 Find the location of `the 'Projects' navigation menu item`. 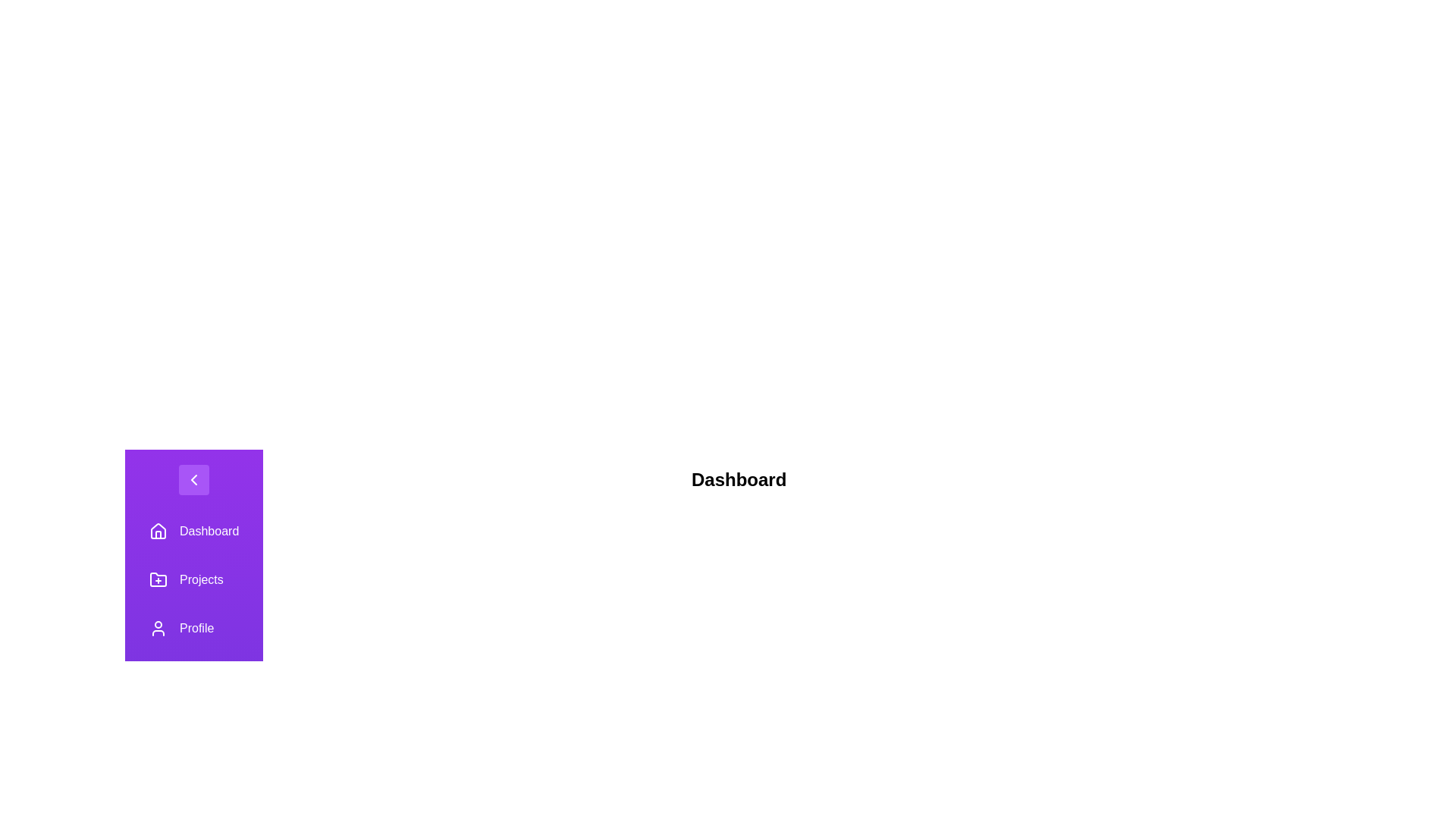

the 'Projects' navigation menu item is located at coordinates (193, 579).